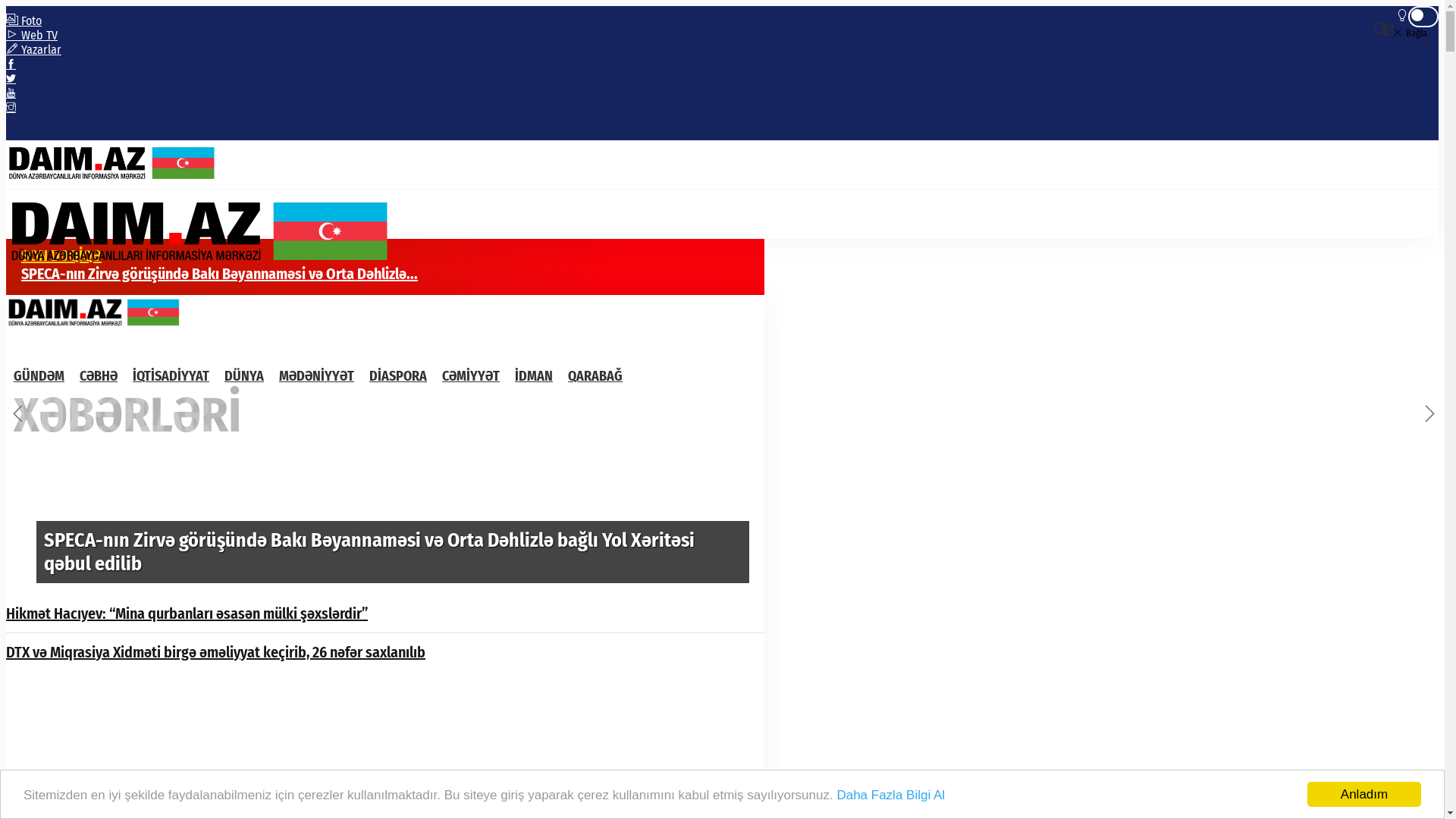 This screenshot has width=1456, height=819. Describe the element at coordinates (32, 34) in the screenshot. I see `'Web TV'` at that location.